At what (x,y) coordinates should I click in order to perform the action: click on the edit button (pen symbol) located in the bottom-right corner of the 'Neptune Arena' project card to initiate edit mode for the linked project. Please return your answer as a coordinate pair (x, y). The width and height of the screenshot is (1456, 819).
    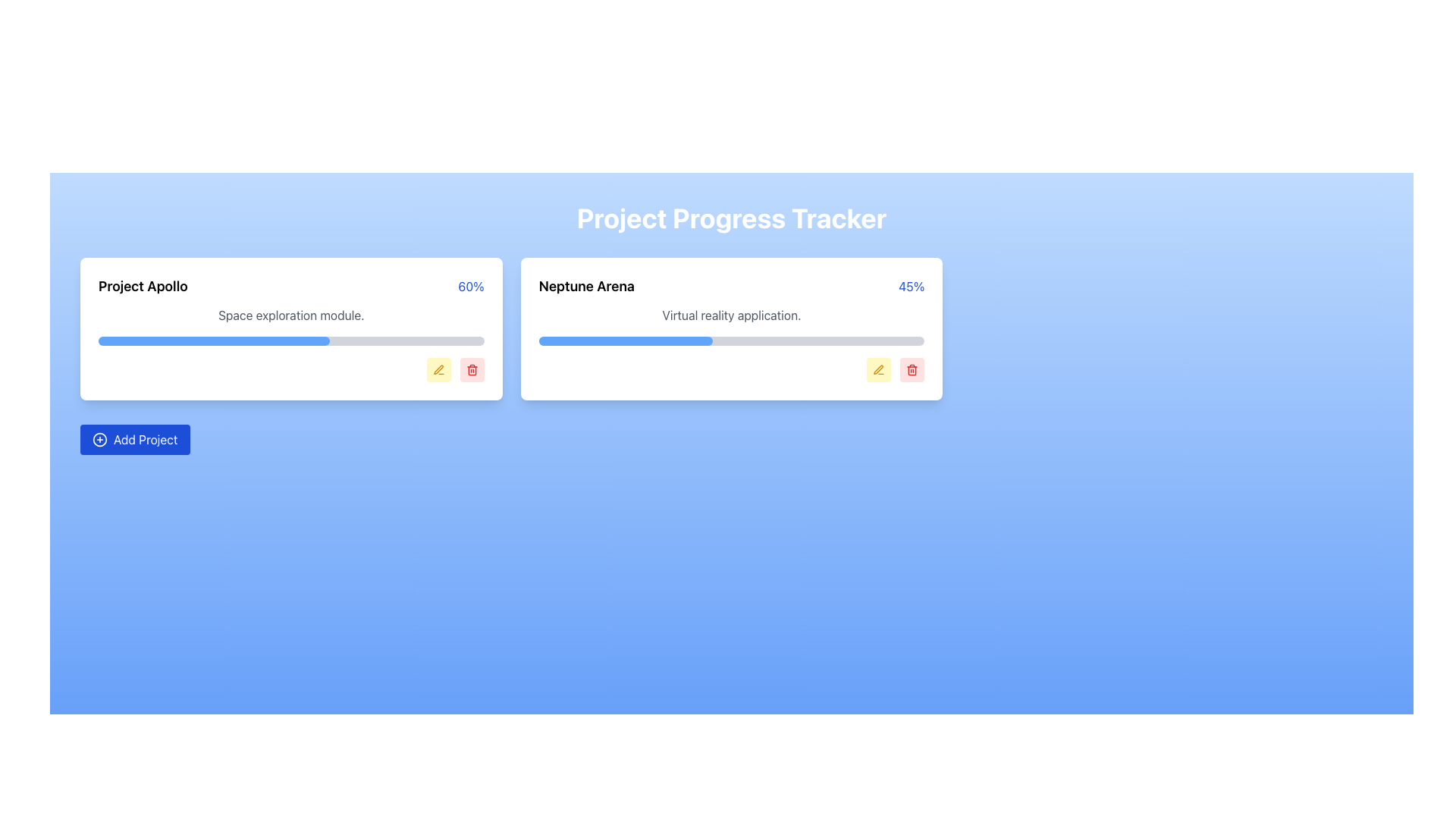
    Looking at the image, I should click on (877, 369).